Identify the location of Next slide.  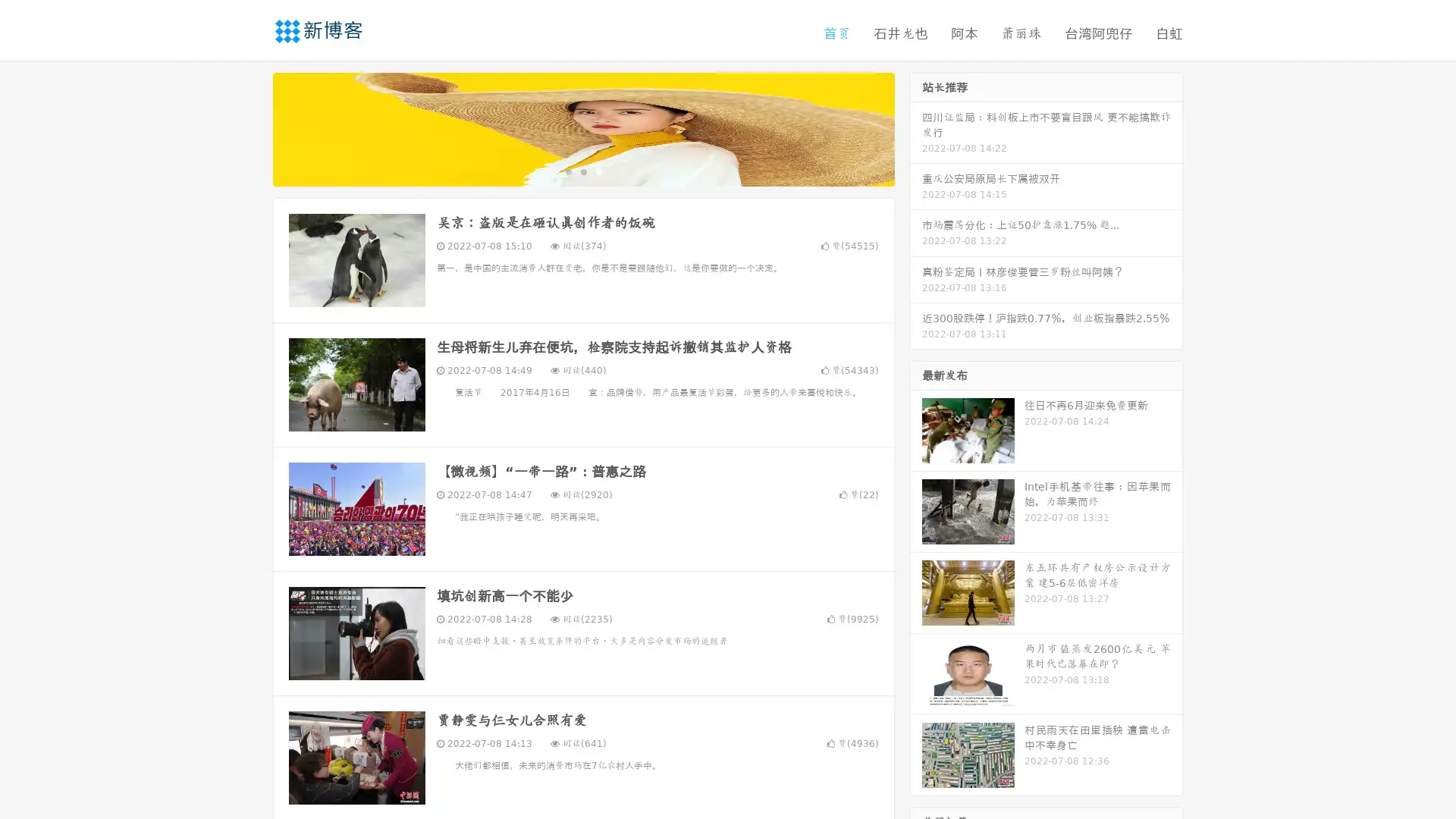
(916, 127).